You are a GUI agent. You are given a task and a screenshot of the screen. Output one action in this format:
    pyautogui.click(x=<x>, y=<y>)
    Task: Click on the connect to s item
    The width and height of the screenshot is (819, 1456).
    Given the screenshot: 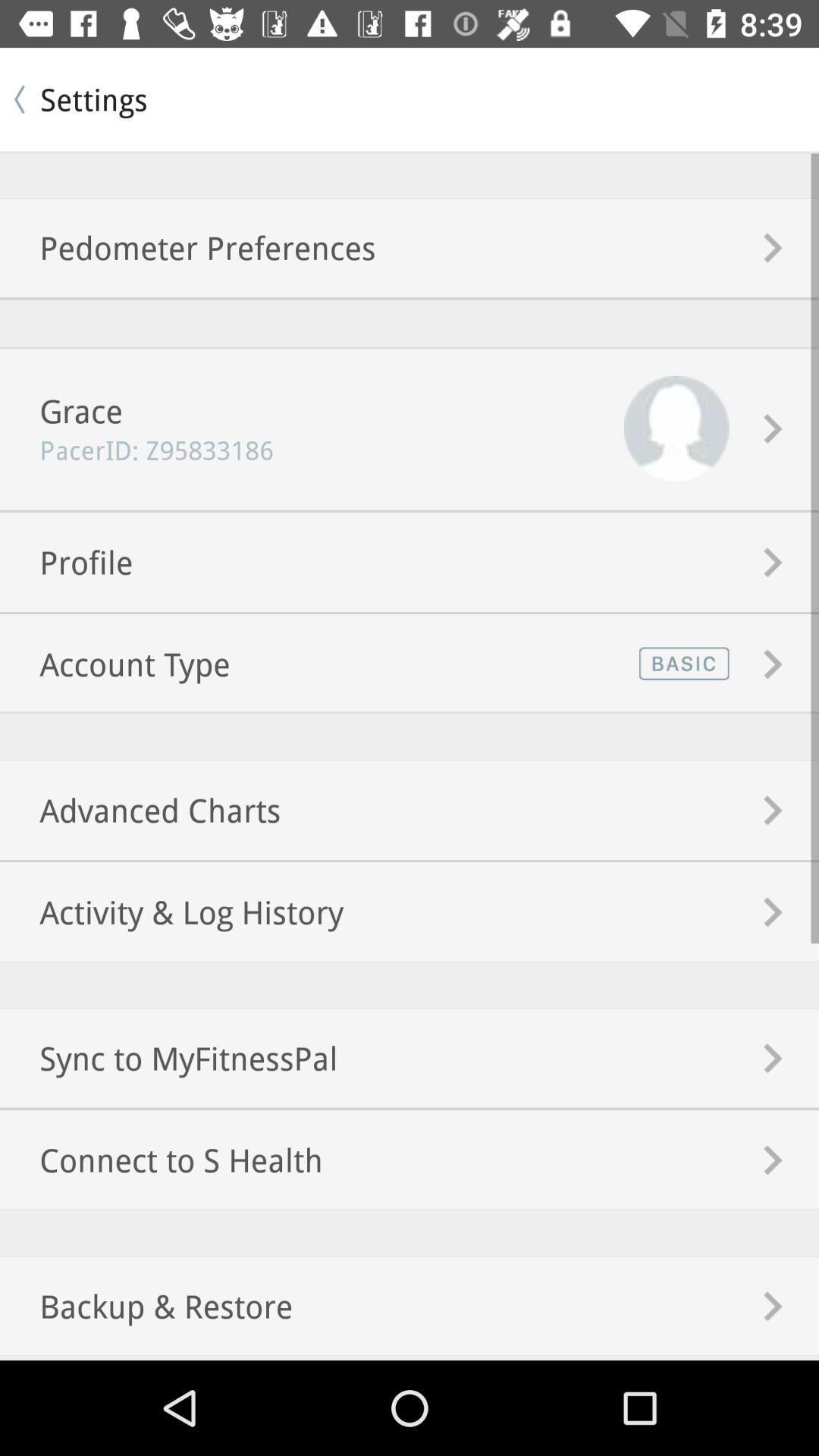 What is the action you would take?
    pyautogui.click(x=161, y=1159)
    